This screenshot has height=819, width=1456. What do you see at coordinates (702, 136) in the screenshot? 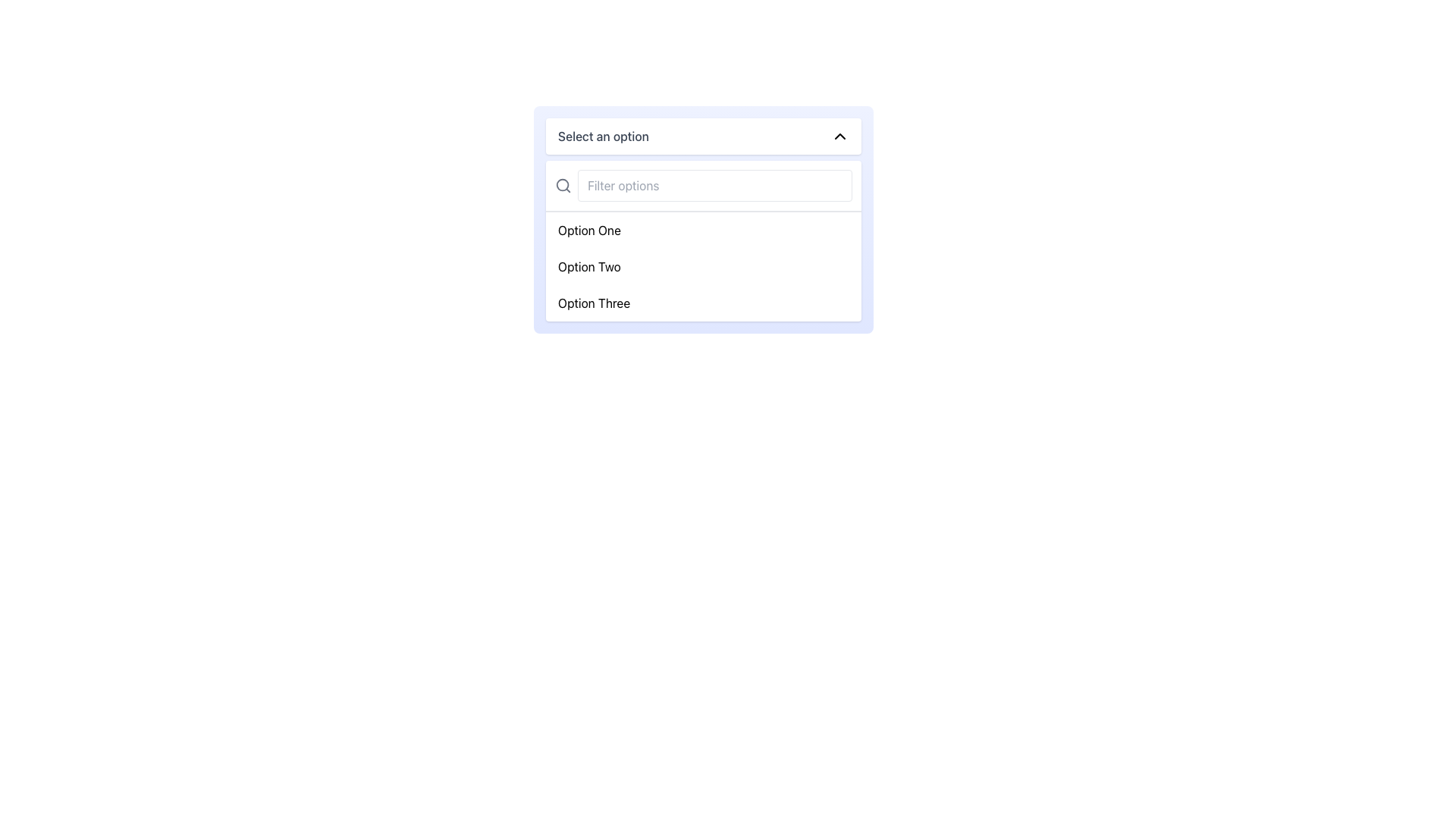
I see `the Dropdown Trigger Button labeled 'Select an option'` at bounding box center [702, 136].